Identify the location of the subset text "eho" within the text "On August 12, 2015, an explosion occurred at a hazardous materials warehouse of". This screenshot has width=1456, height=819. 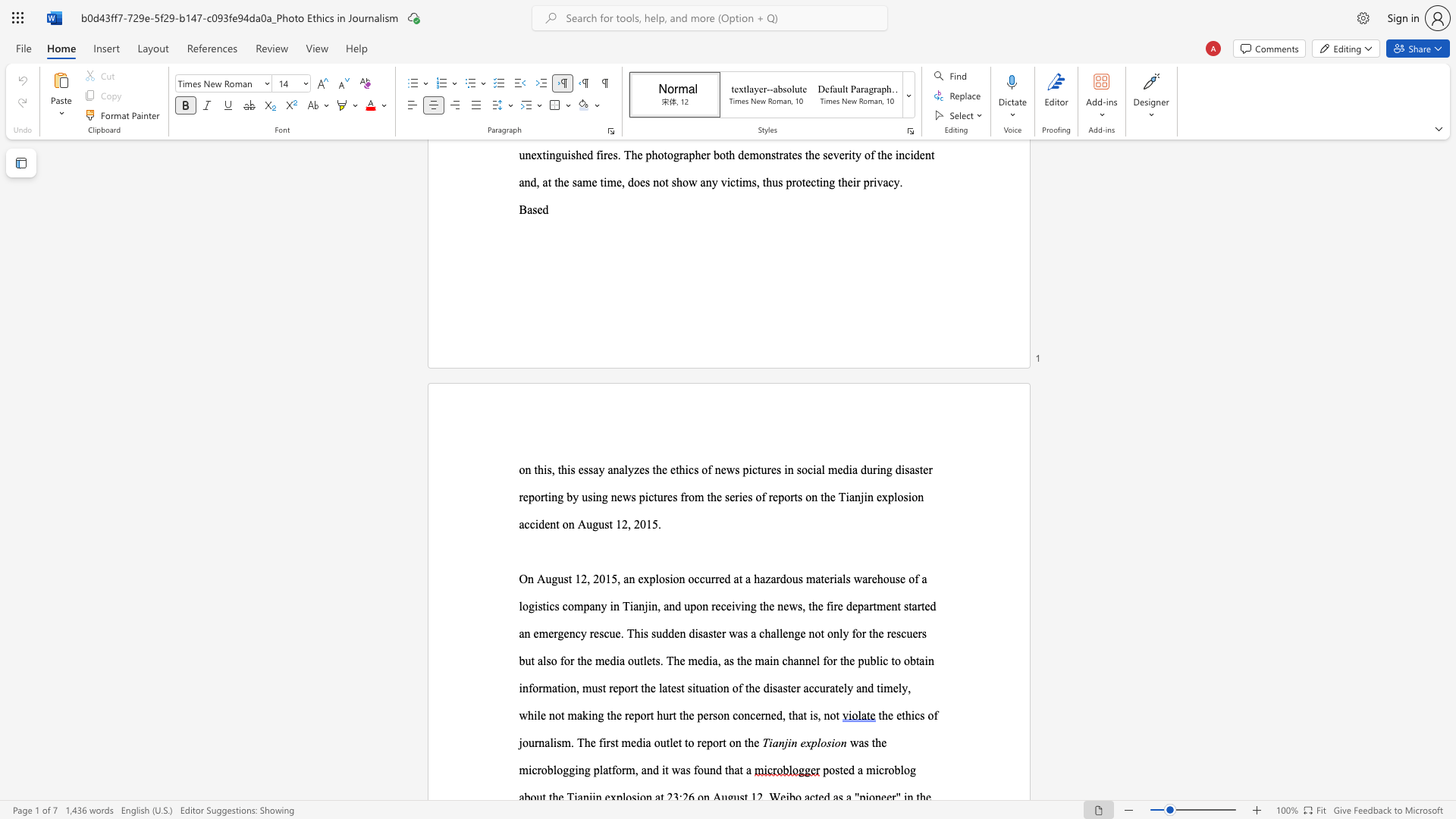
(871, 579).